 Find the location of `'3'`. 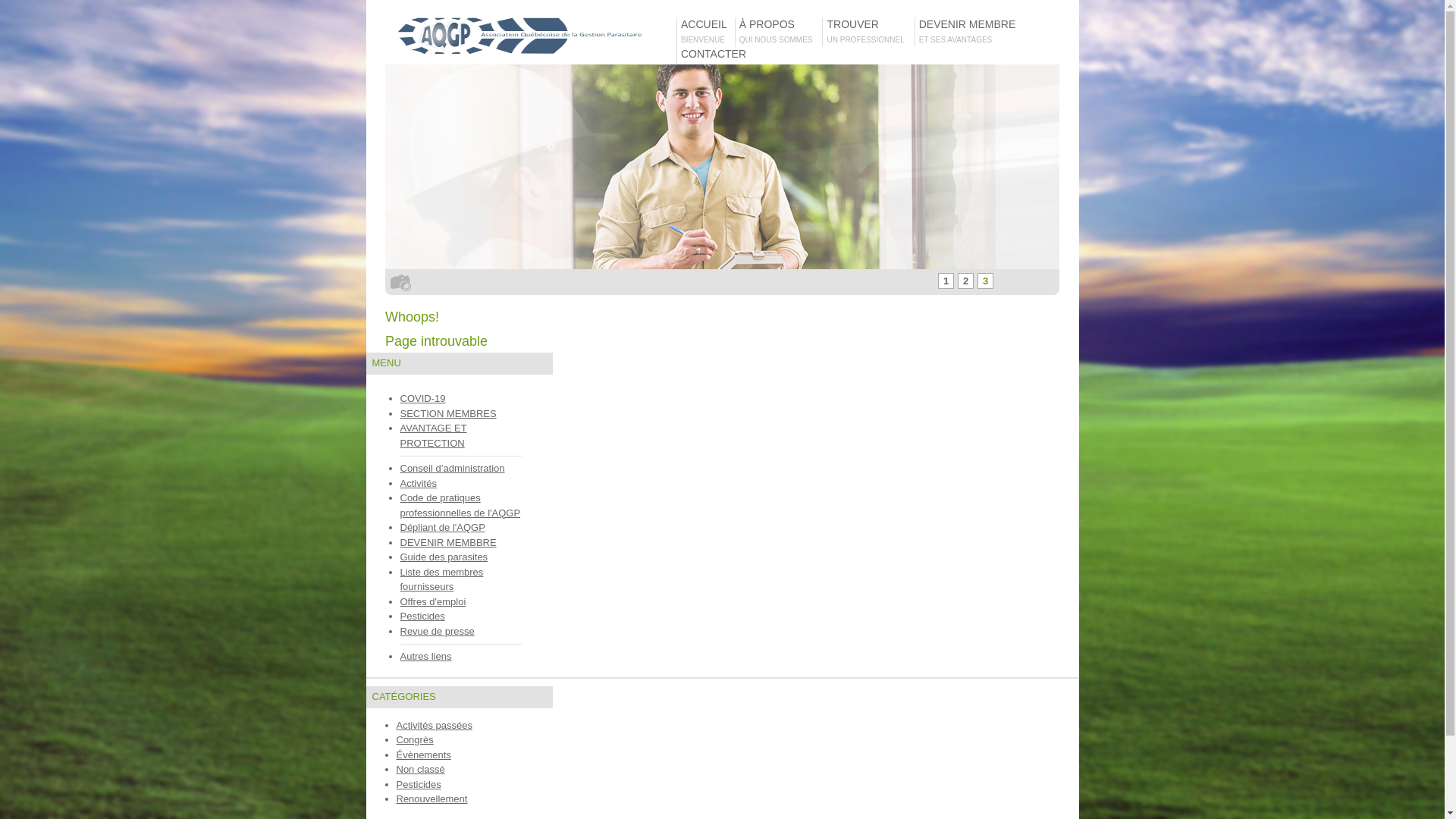

'3' is located at coordinates (985, 281).